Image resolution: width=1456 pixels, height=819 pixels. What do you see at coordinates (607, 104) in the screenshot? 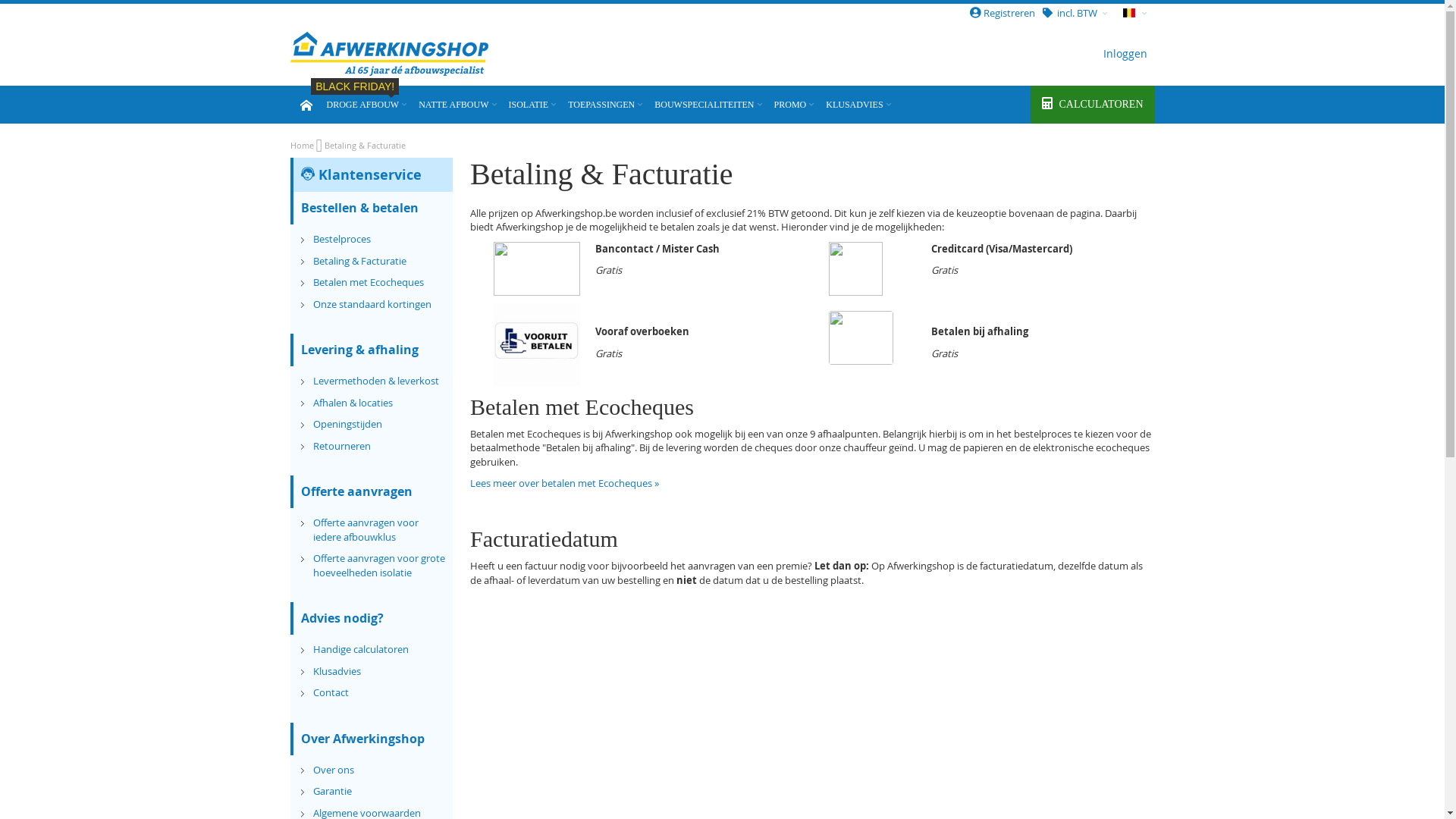
I see `'TOEPASSINGEN'` at bounding box center [607, 104].